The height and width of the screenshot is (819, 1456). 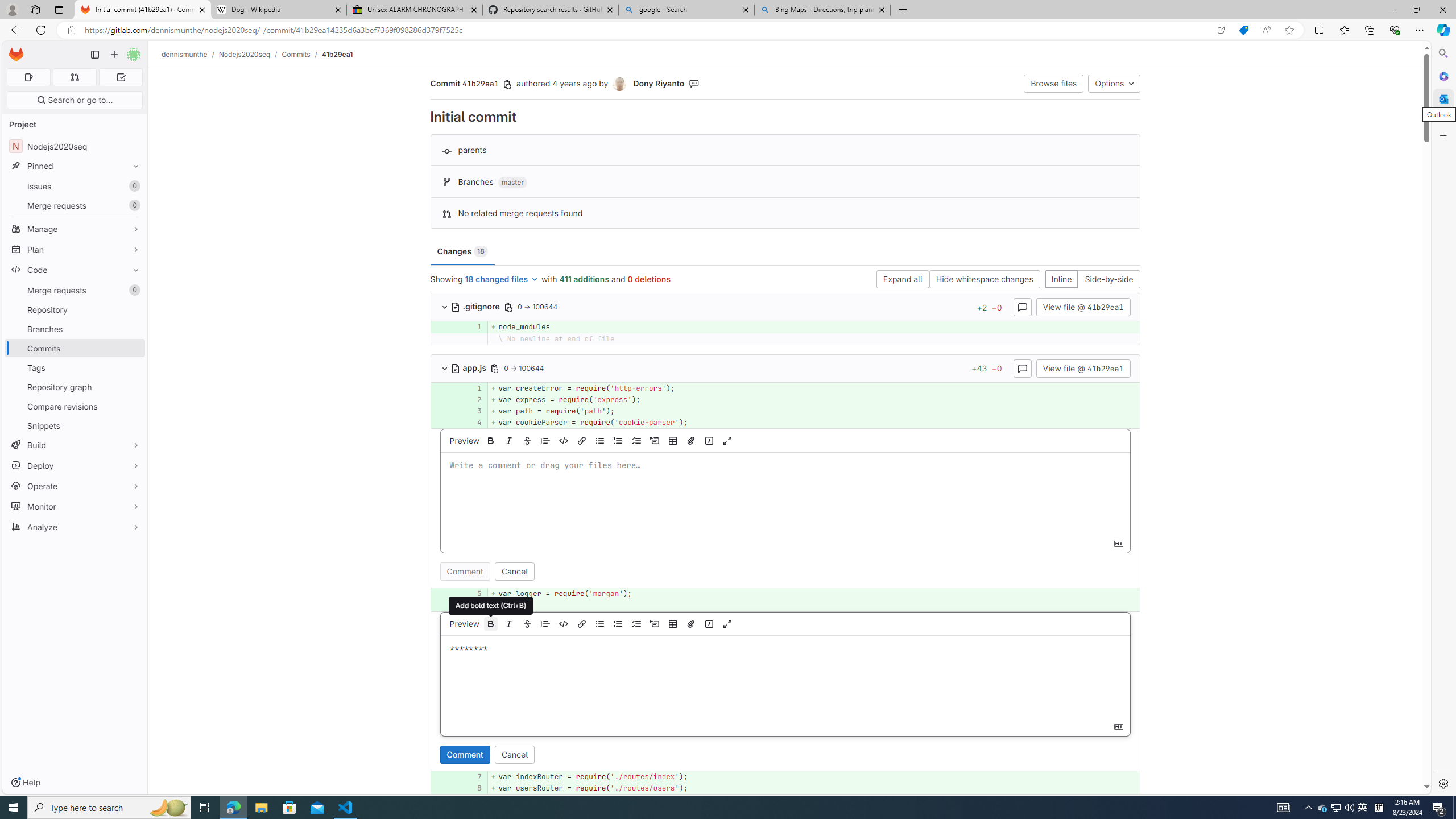 I want to click on '41b29ea1', so click(x=337, y=54).